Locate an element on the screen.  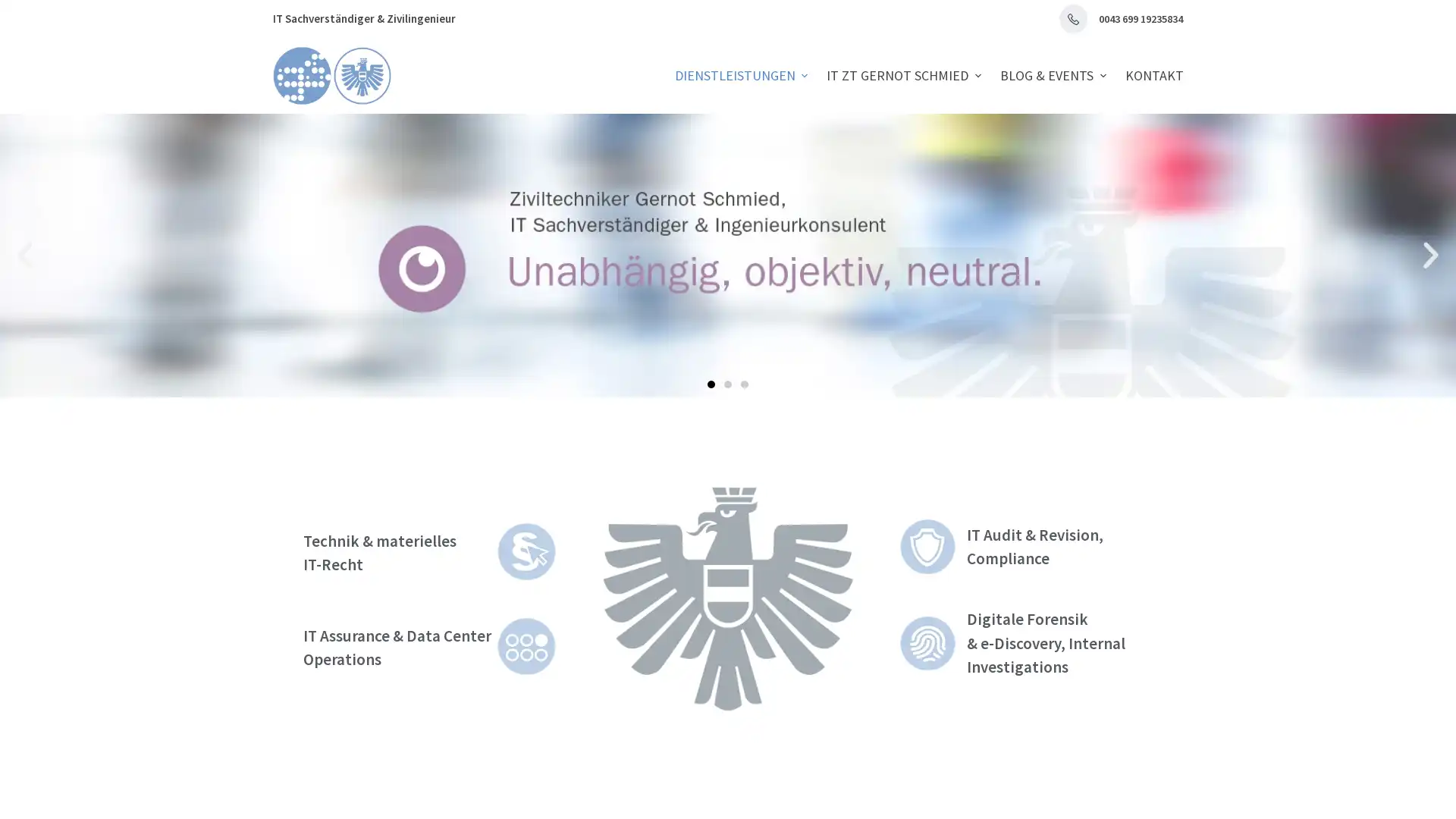
Next slide is located at coordinates (1429, 253).